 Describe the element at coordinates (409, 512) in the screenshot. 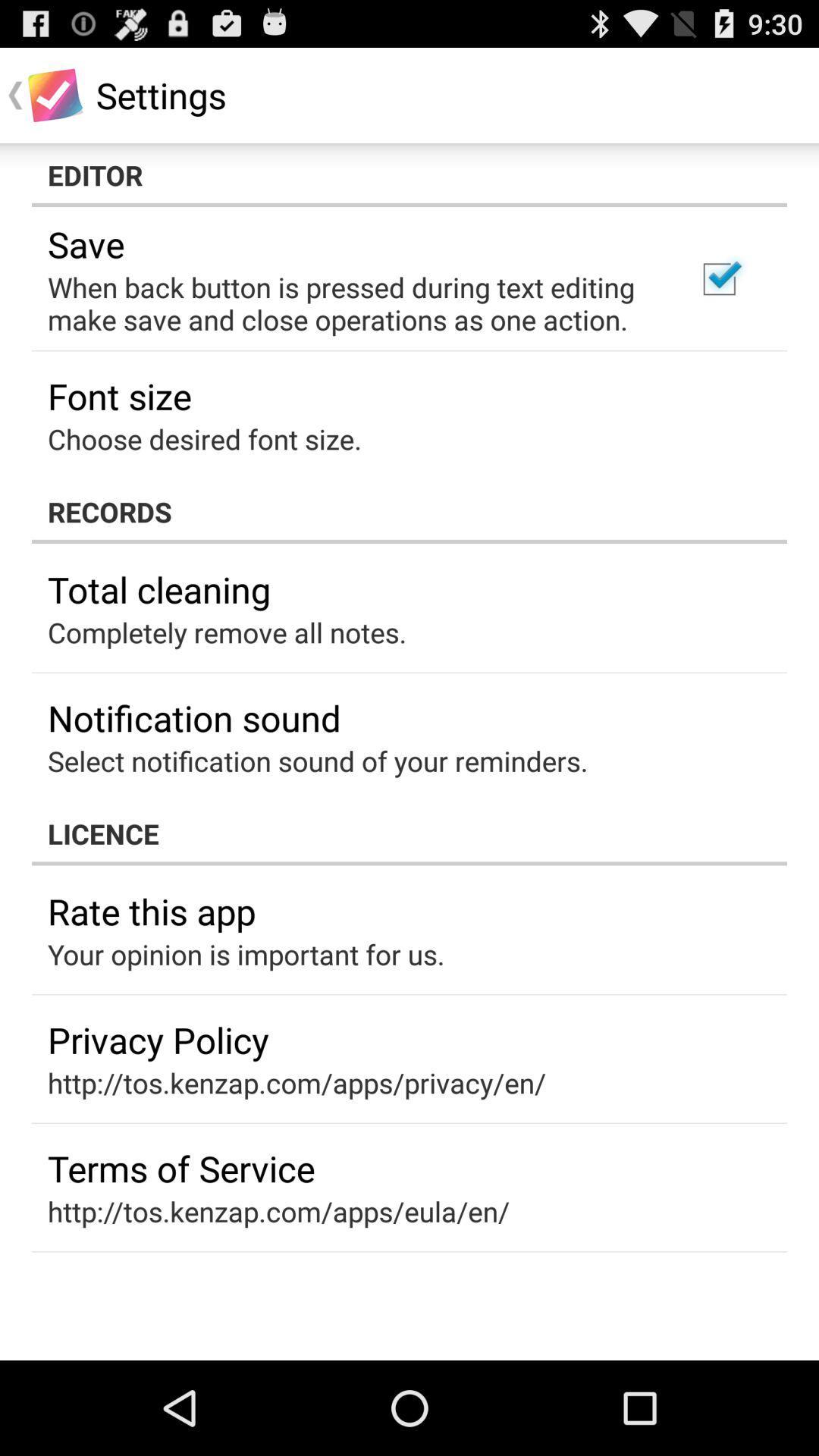

I see `records` at that location.